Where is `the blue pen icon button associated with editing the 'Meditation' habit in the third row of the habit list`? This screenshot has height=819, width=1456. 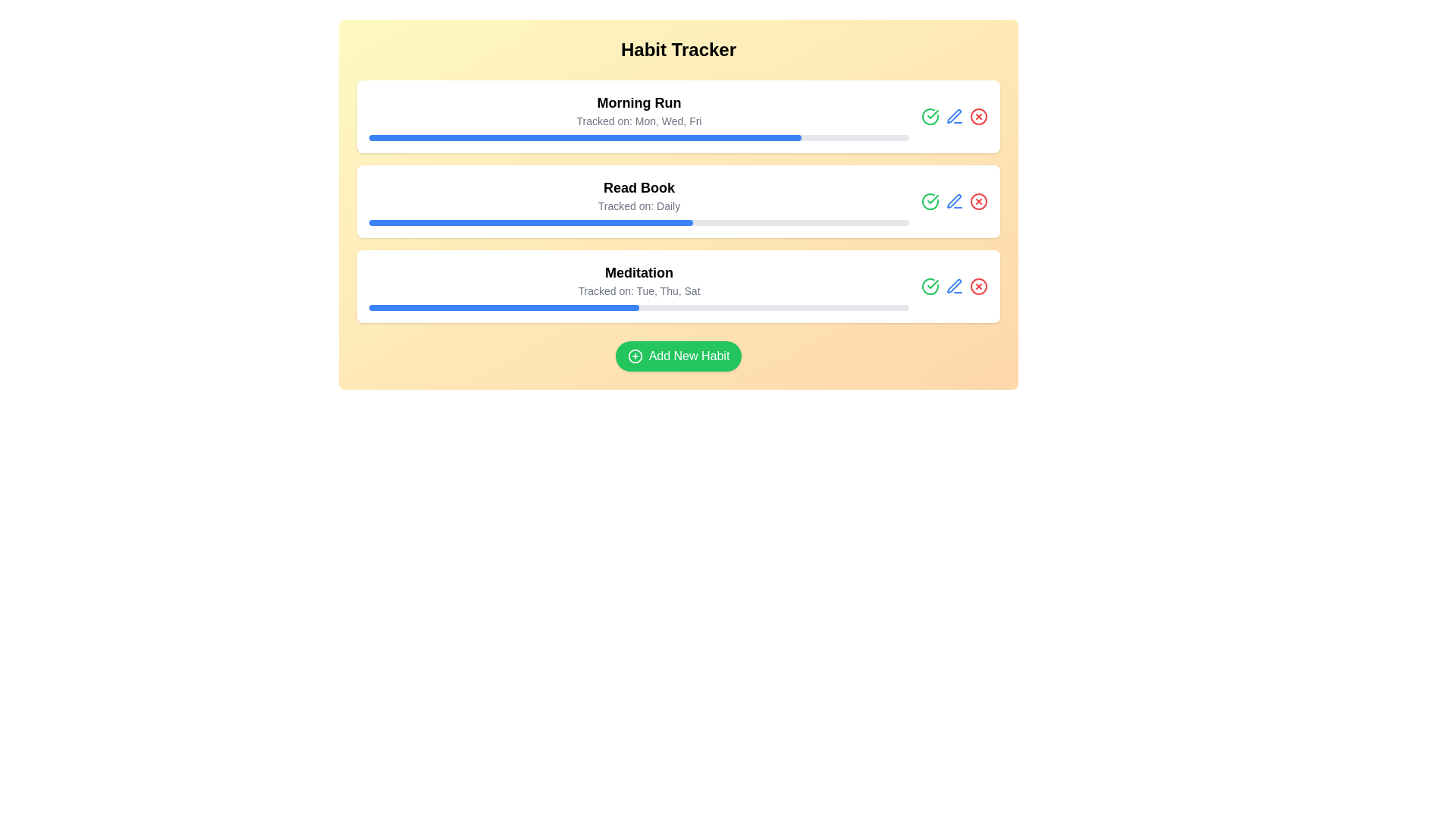 the blue pen icon button associated with editing the 'Meditation' habit in the third row of the habit list is located at coordinates (953, 287).